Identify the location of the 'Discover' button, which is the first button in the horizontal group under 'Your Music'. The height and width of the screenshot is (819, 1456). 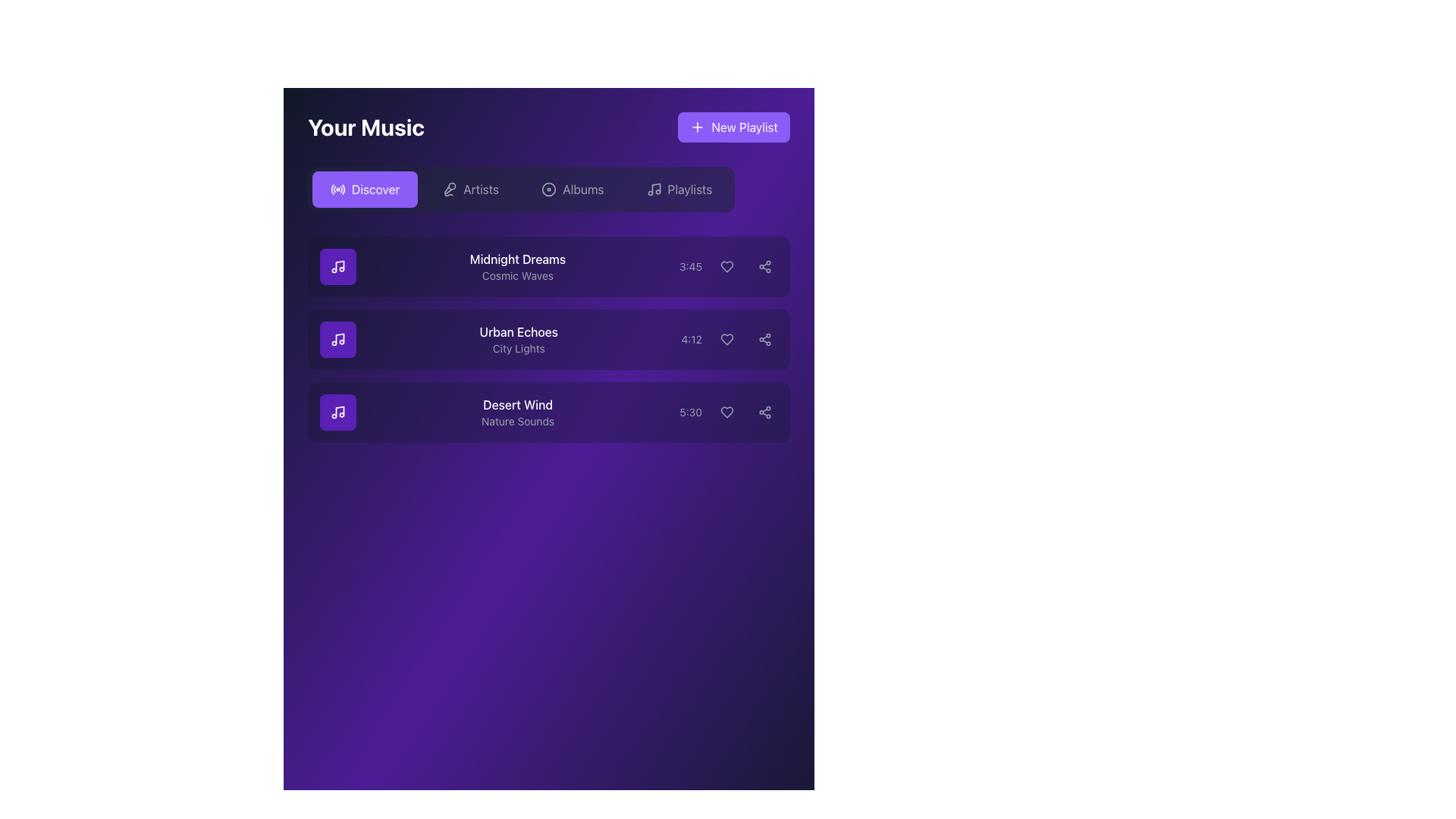
(365, 189).